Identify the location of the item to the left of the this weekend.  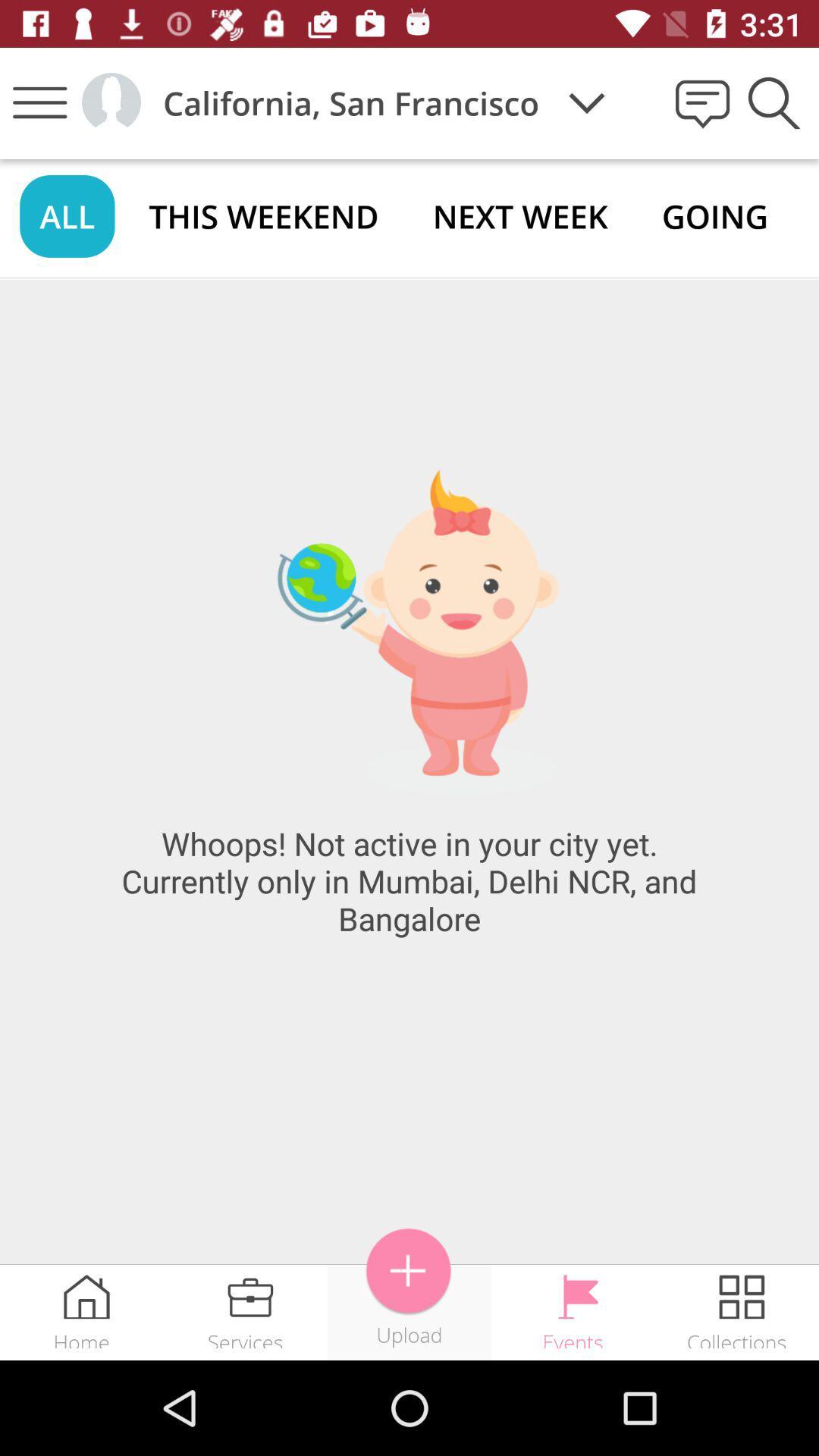
(66, 215).